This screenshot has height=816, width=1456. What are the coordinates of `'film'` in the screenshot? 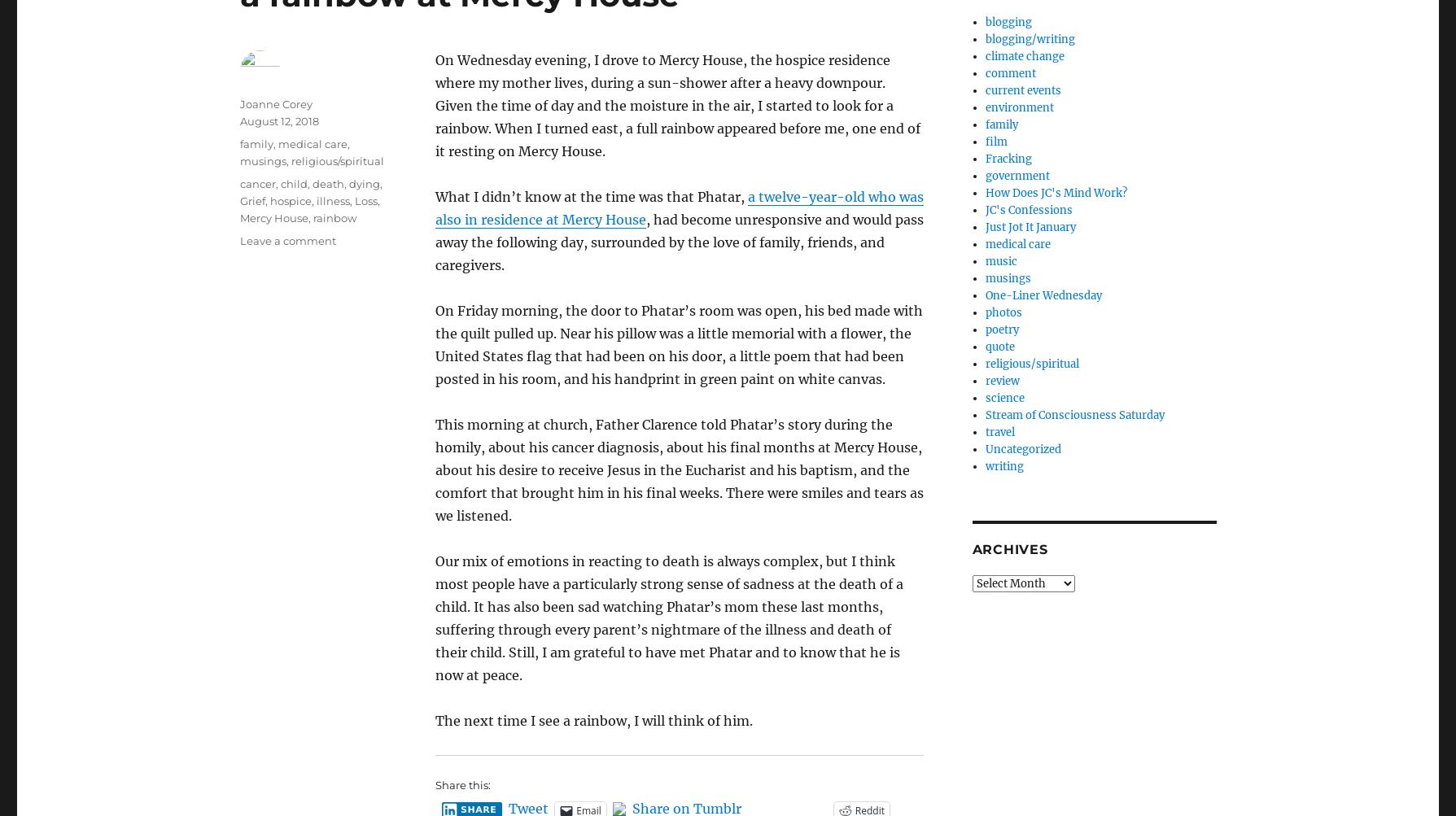 It's located at (995, 141).